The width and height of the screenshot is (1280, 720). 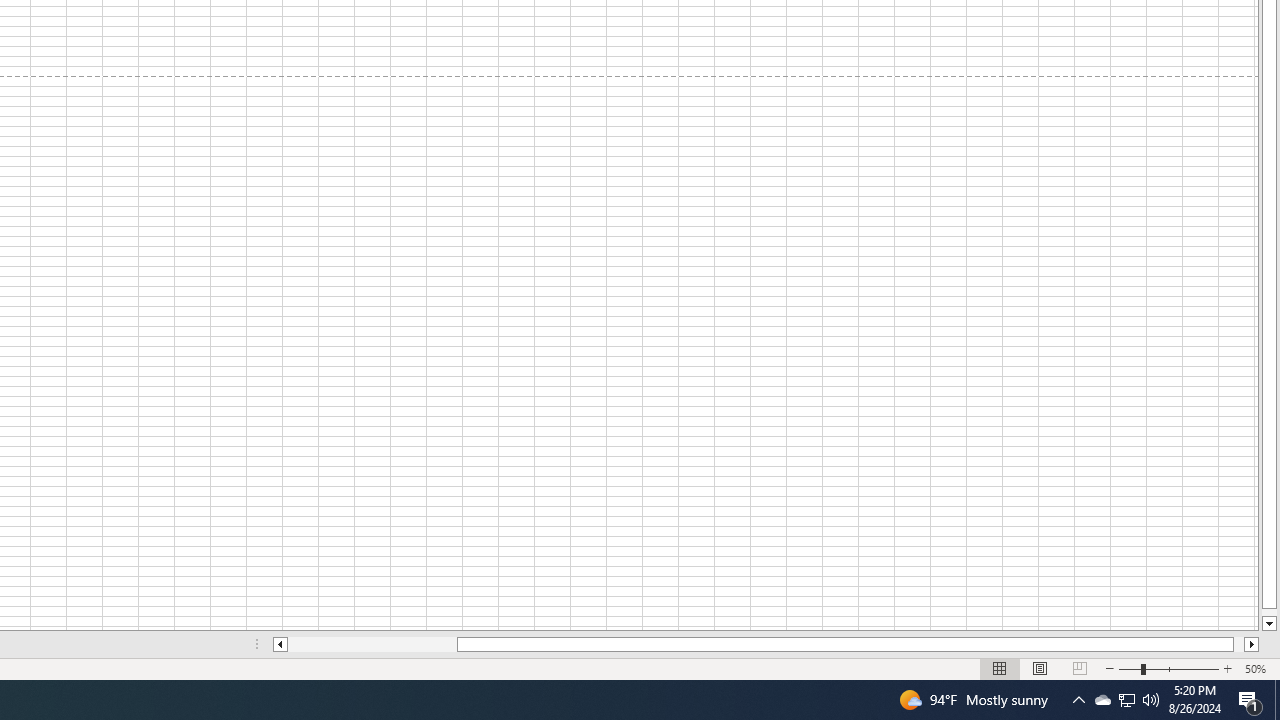 I want to click on 'Column right', so click(x=1251, y=644).